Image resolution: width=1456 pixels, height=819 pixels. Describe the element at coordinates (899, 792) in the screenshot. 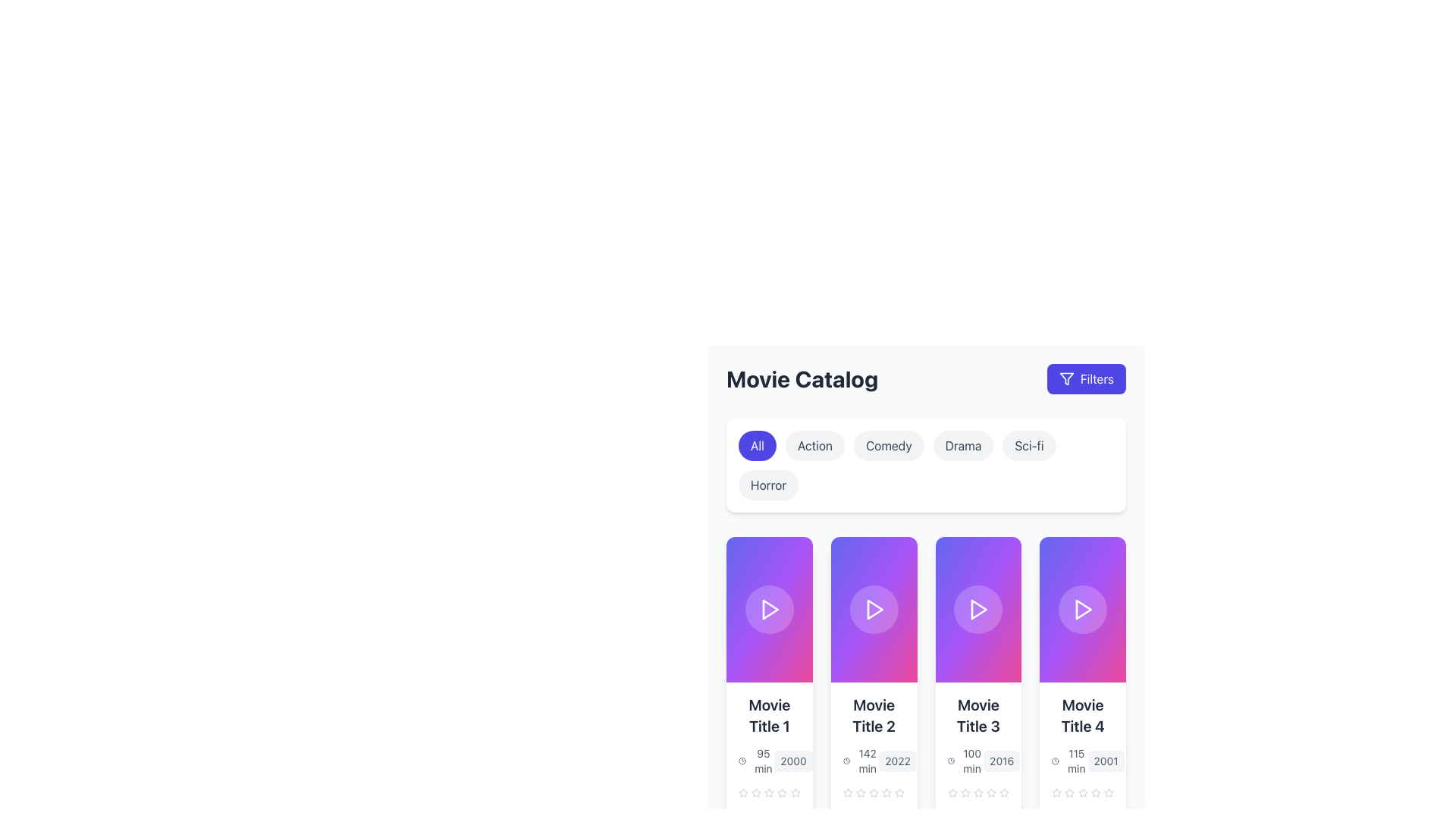

I see `the third rating star for 'Movie Title 3'` at that location.